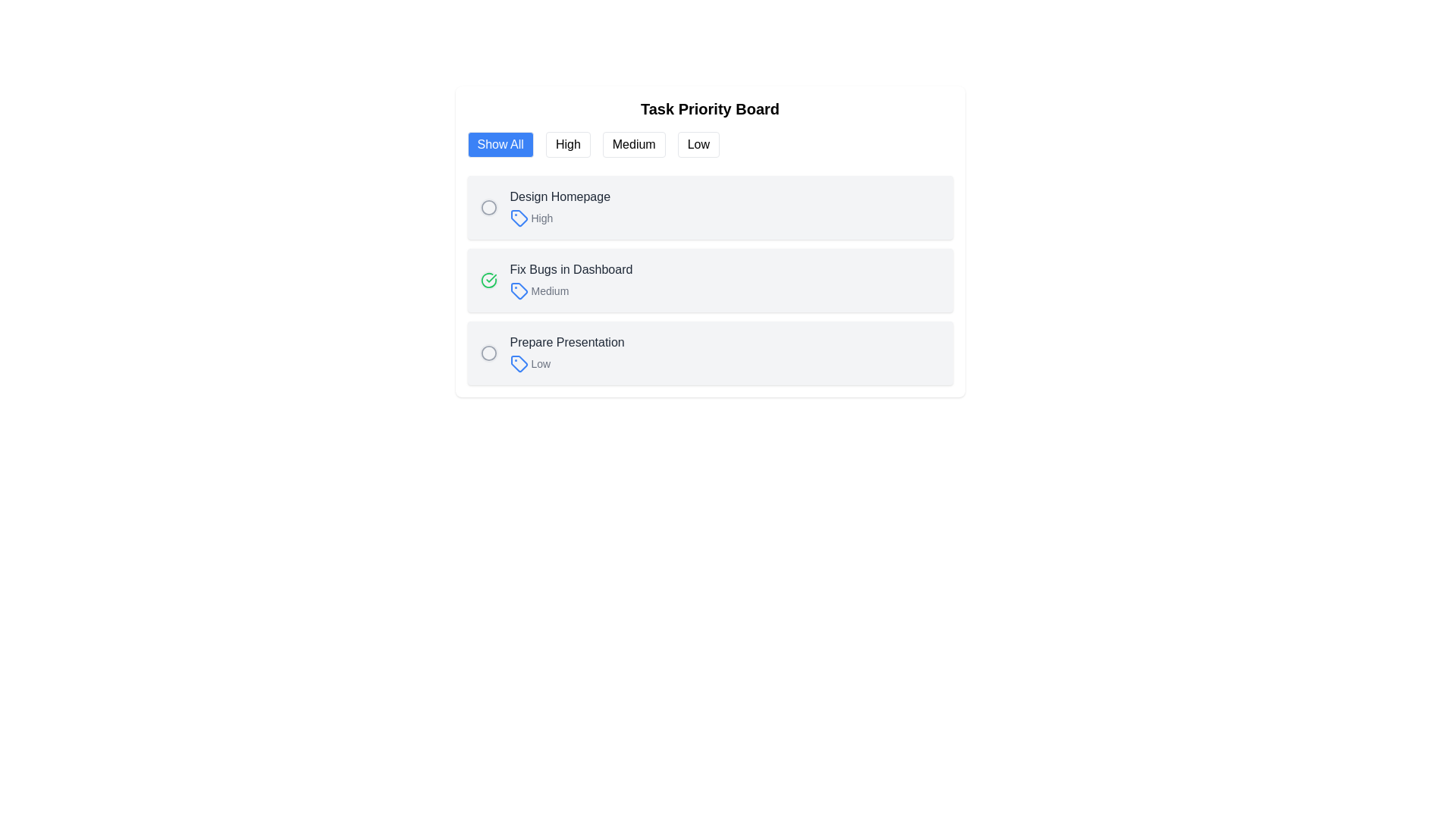 Image resolution: width=1456 pixels, height=819 pixels. I want to click on the circular icon with a gray border located at the top-left of the task list, associated with the task 'Design Homepage.', so click(488, 207).